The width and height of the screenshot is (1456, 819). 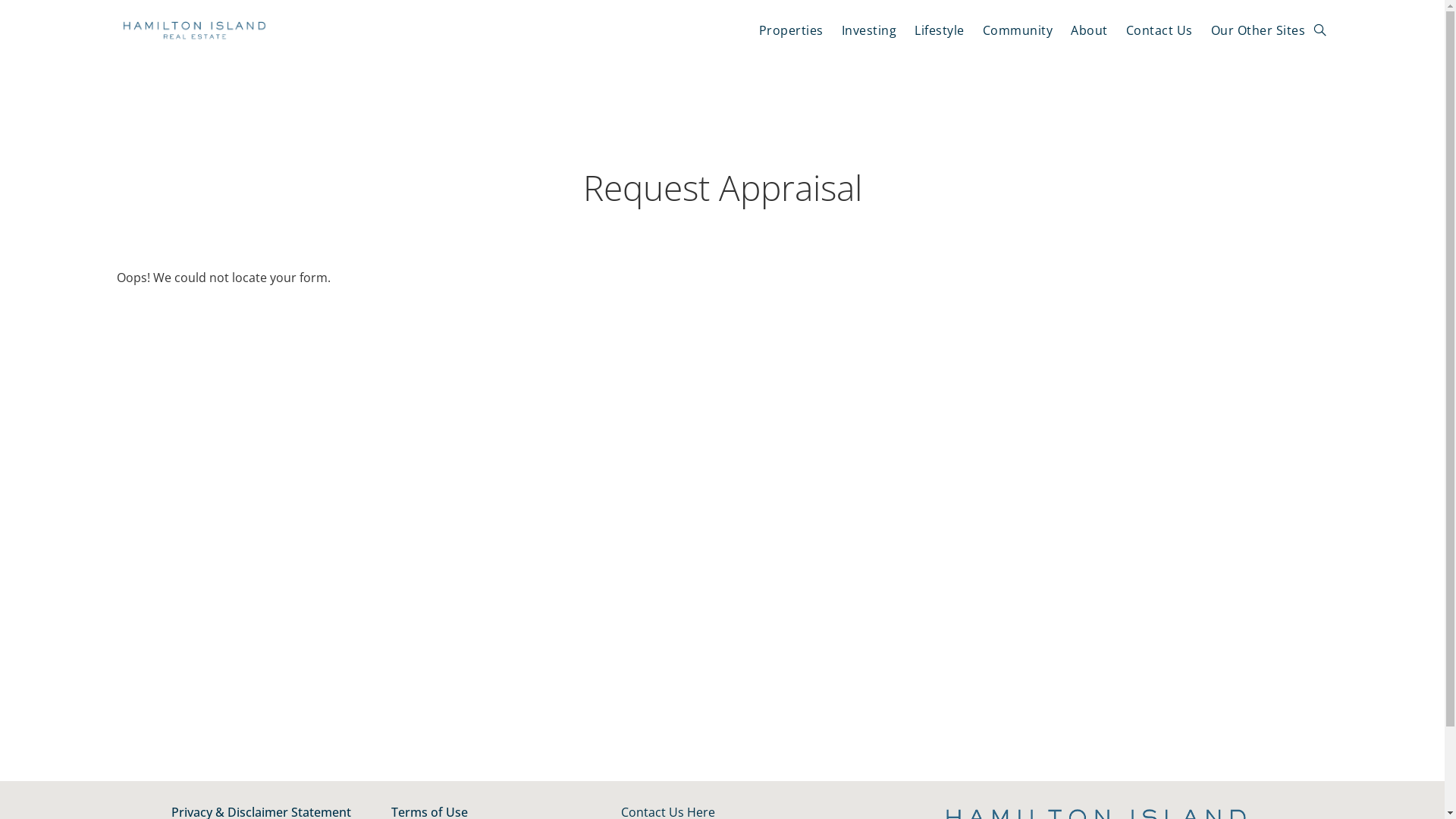 I want to click on 'Contact Us', so click(x=1159, y=30).